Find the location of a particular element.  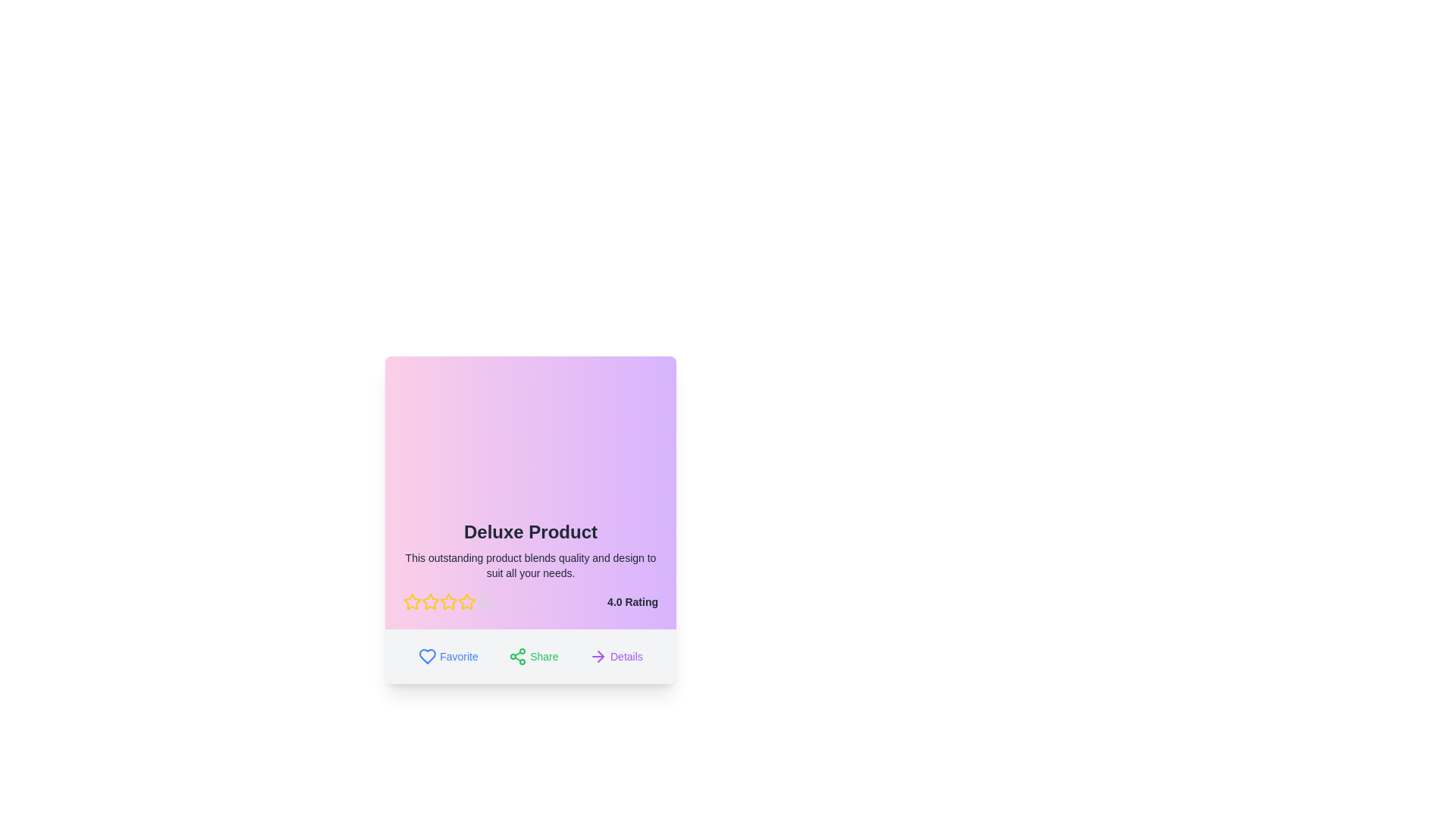

the 'Share' button located at the bottom of the product card is located at coordinates (533, 656).